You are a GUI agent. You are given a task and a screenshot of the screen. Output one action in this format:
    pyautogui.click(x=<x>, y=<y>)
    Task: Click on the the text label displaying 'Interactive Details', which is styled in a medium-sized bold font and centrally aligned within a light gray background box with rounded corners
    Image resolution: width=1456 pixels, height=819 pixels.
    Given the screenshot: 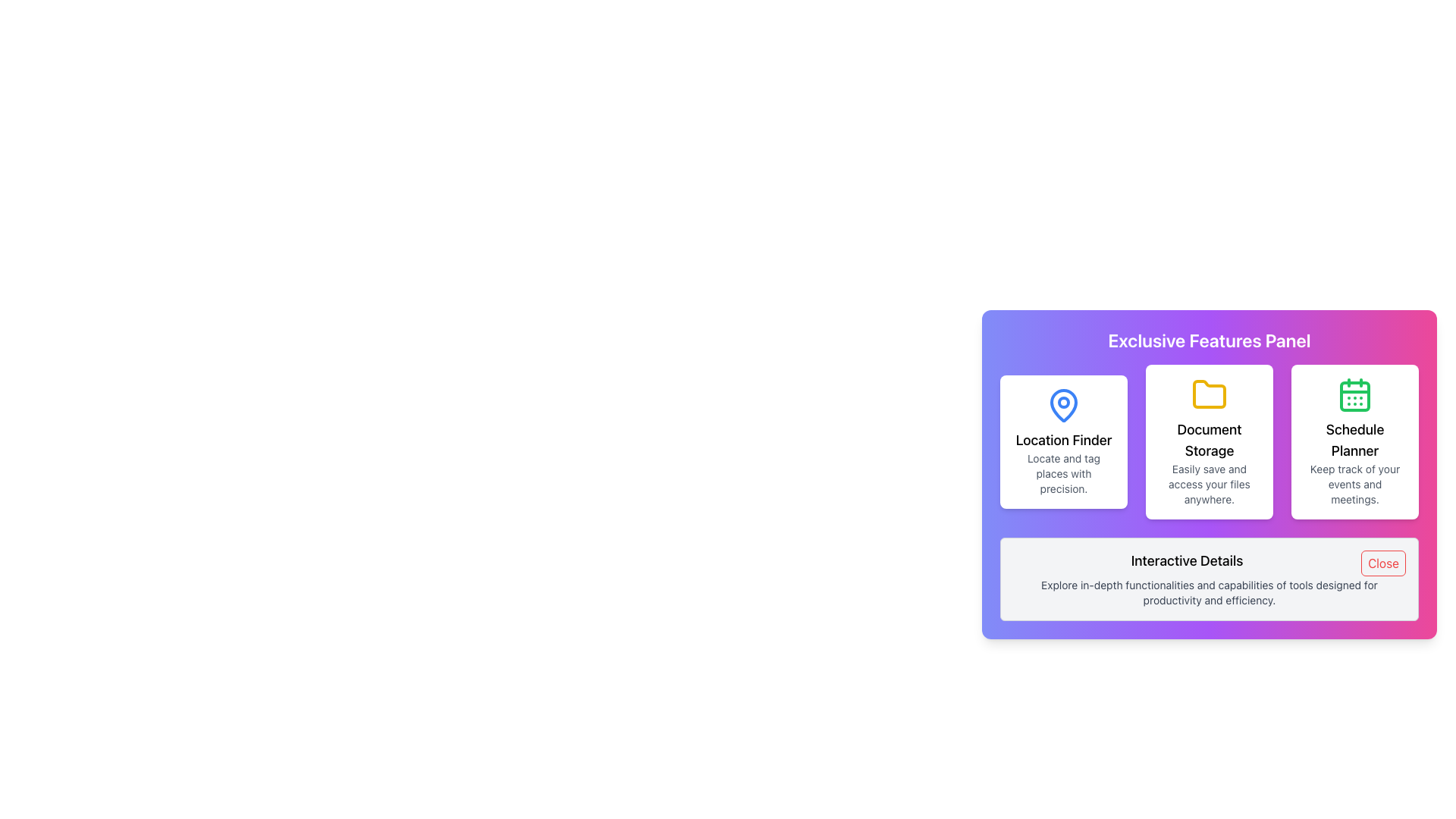 What is the action you would take?
    pyautogui.click(x=1208, y=561)
    